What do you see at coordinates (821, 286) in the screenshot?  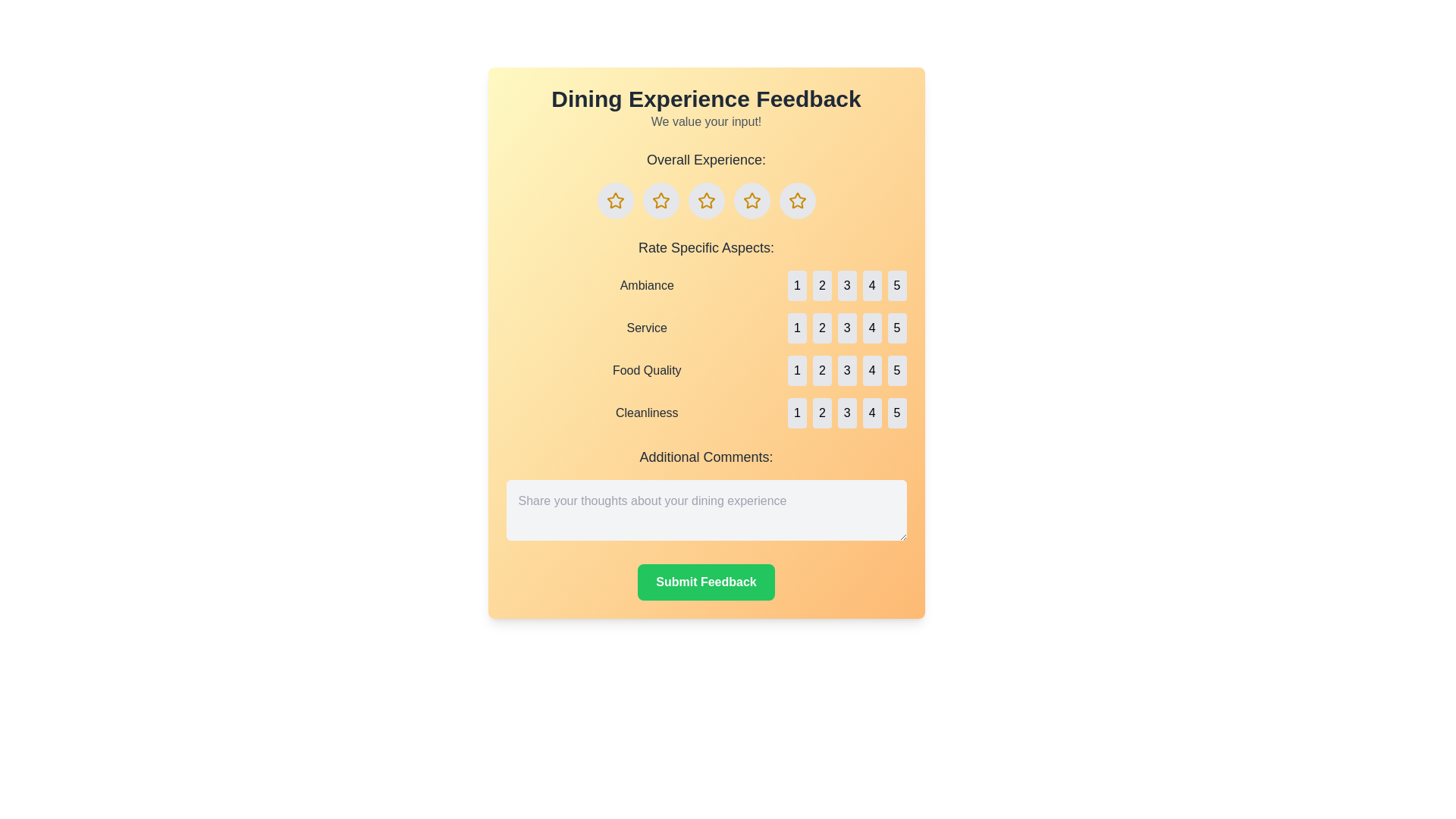 I see `the '2' rating button located beneath the 'Ambiance' label in the 'Rate Specific Aspects:' section` at bounding box center [821, 286].